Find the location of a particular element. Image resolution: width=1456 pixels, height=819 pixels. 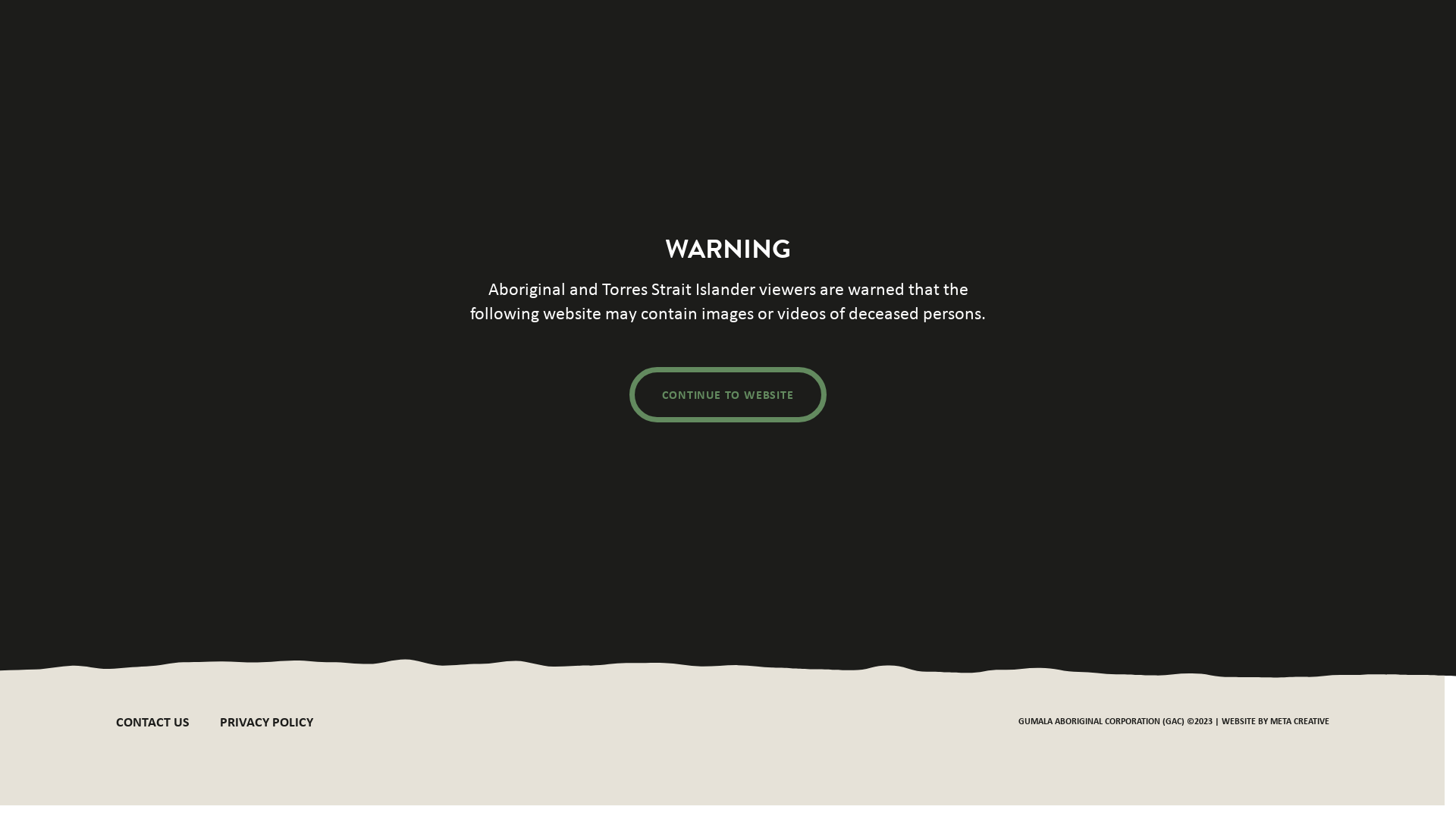

'CONTINUE TO WEBSITE' is located at coordinates (728, 394).